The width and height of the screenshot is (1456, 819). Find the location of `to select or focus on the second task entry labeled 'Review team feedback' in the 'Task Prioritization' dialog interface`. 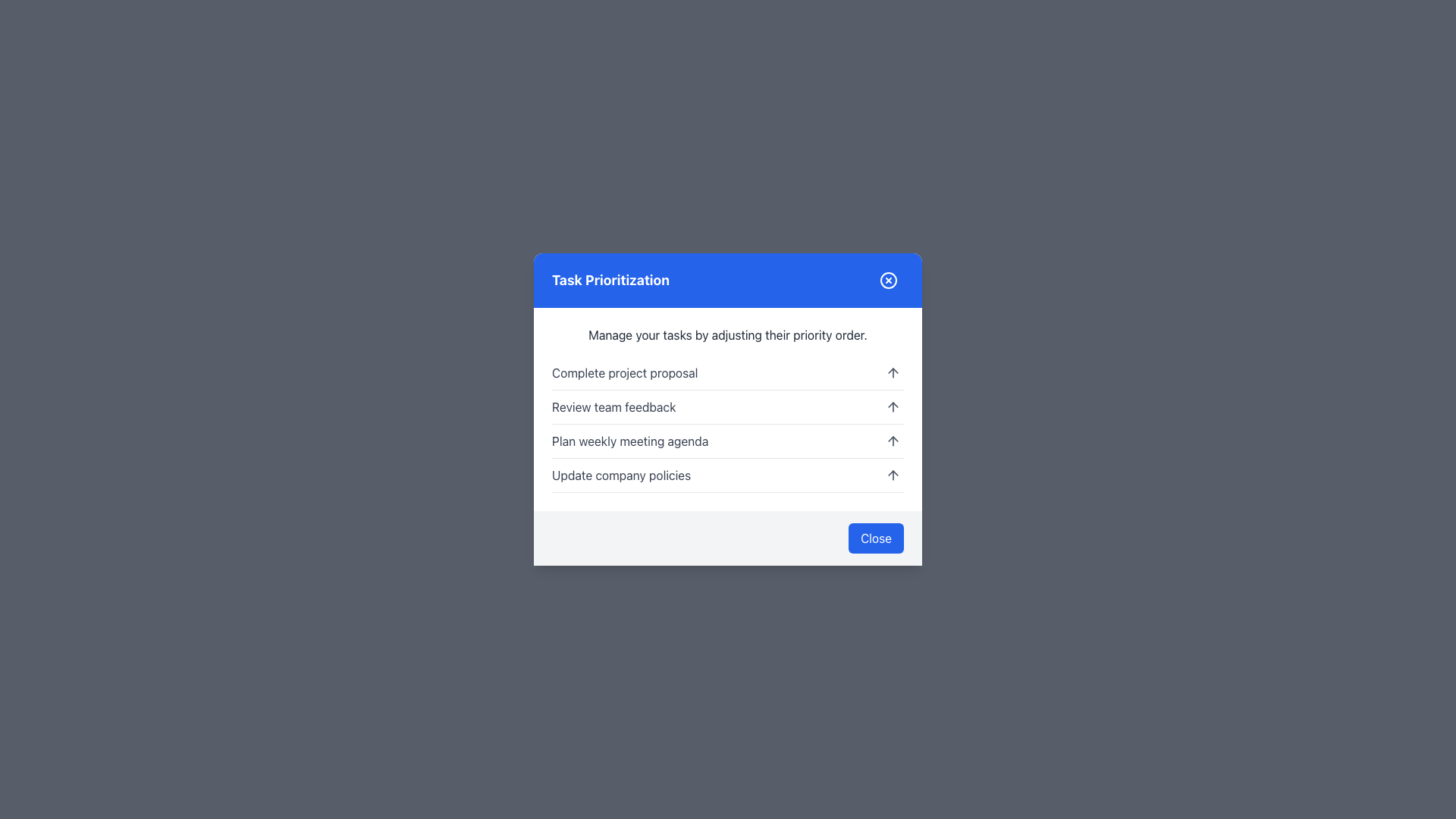

to select or focus on the second task entry labeled 'Review team feedback' in the 'Task Prioritization' dialog interface is located at coordinates (728, 409).